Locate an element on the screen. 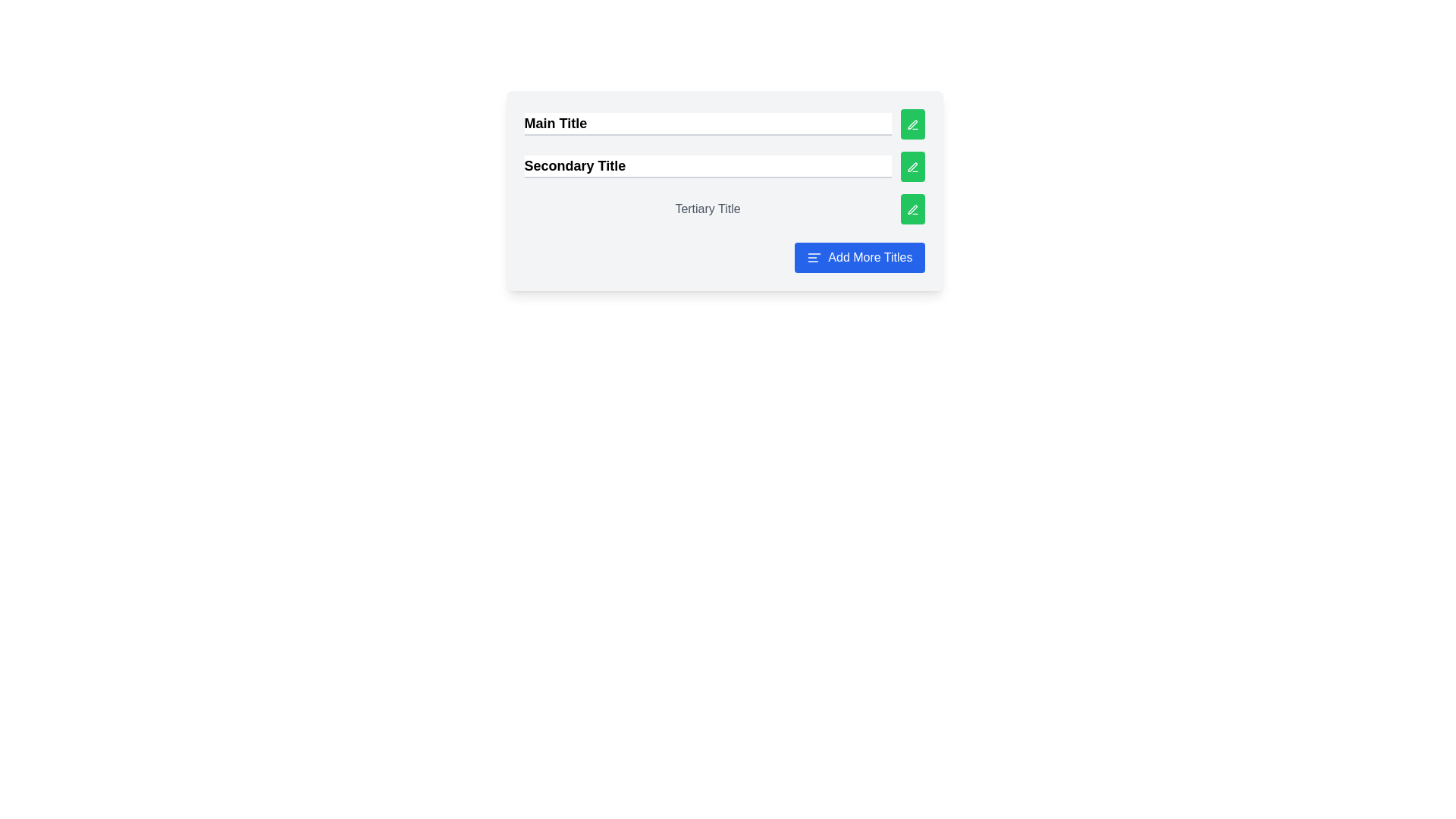 The width and height of the screenshot is (1456, 819). the 'Tertiary Title' text label, which is a gray text that turns black on hover and is positioned above the 'Add More Titles' button is located at coordinates (707, 209).